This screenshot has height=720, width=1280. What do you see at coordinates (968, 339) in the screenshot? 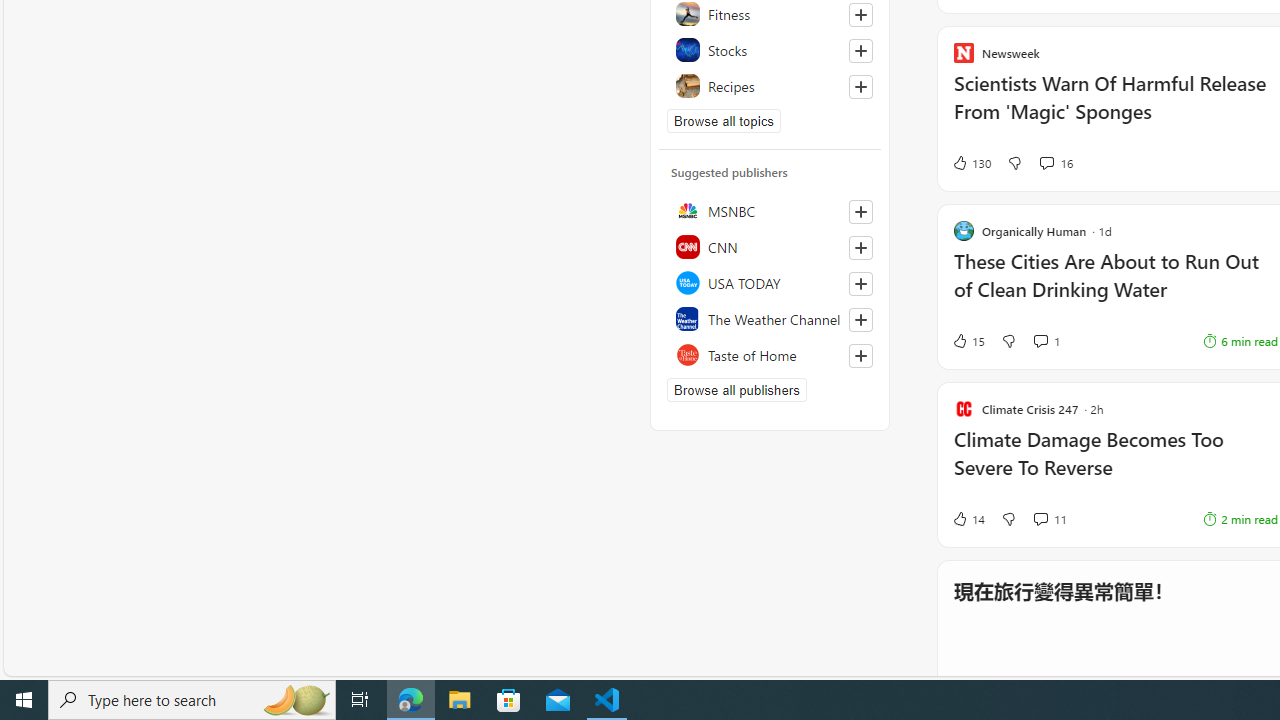
I see `'15 Like'` at bounding box center [968, 339].